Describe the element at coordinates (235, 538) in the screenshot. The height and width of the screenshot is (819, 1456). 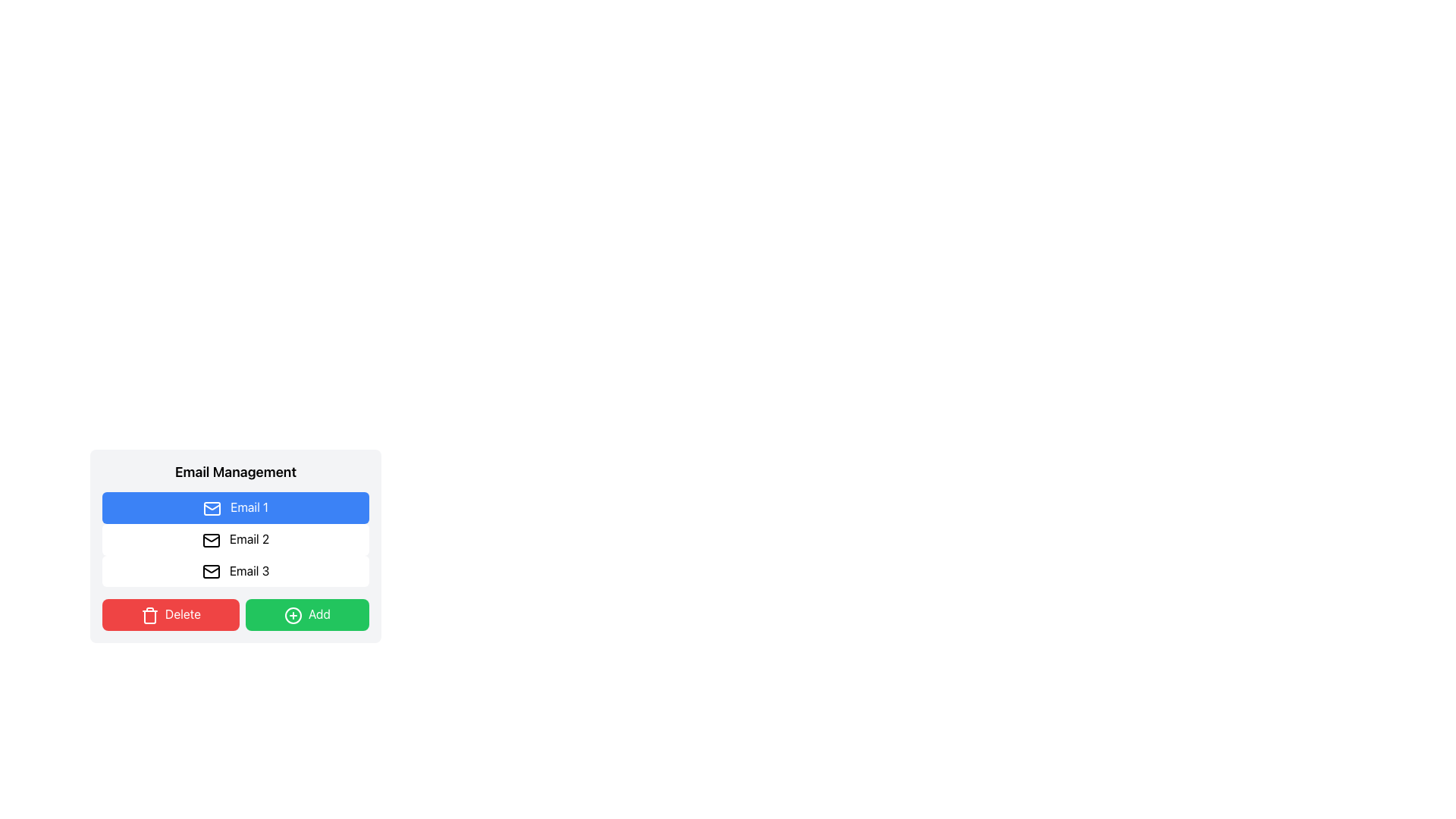
I see `the 'Email 2' button` at that location.